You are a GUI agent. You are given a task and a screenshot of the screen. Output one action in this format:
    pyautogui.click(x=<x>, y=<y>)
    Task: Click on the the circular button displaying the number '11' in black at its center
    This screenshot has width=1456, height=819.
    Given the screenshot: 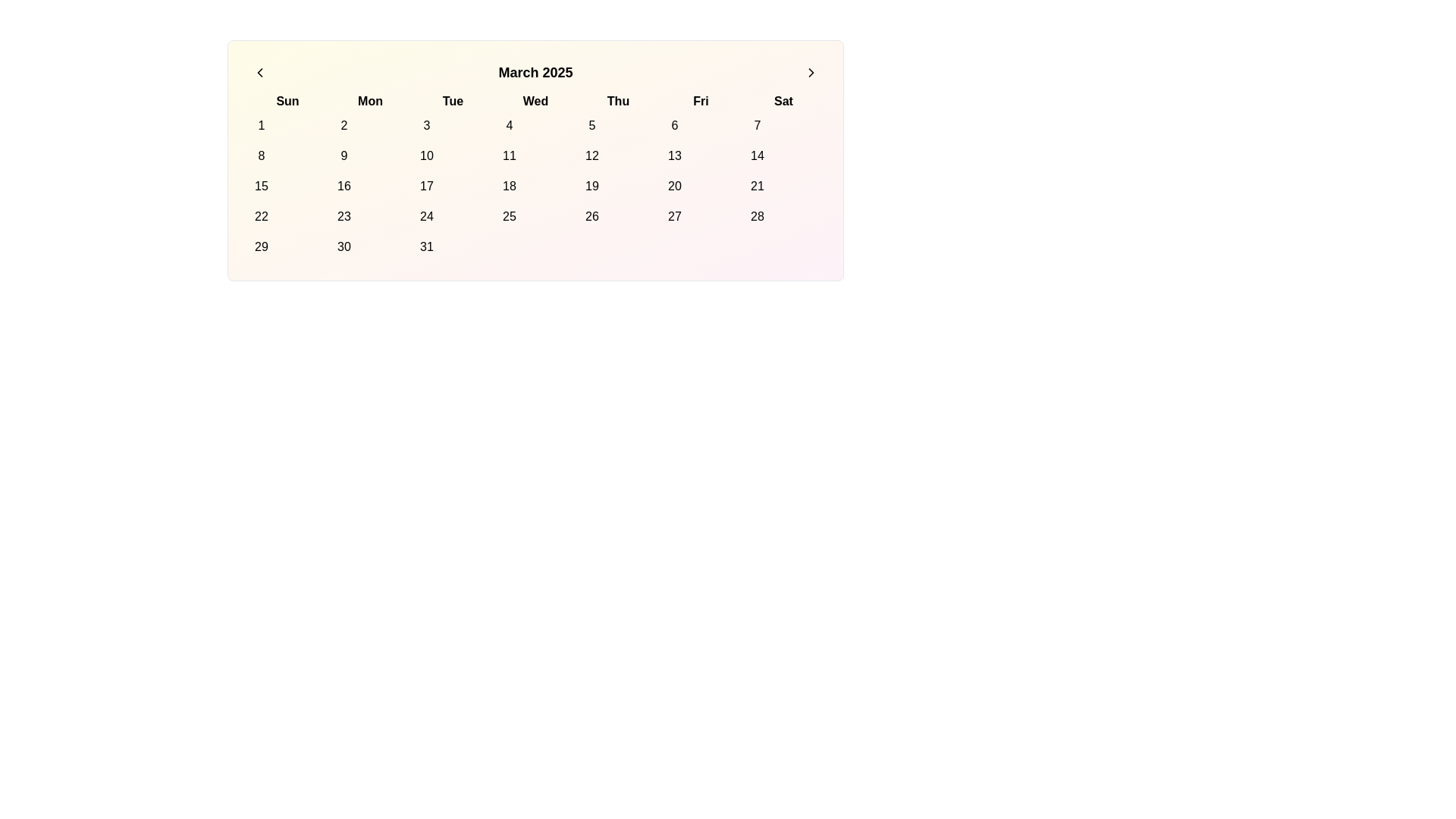 What is the action you would take?
    pyautogui.click(x=510, y=155)
    